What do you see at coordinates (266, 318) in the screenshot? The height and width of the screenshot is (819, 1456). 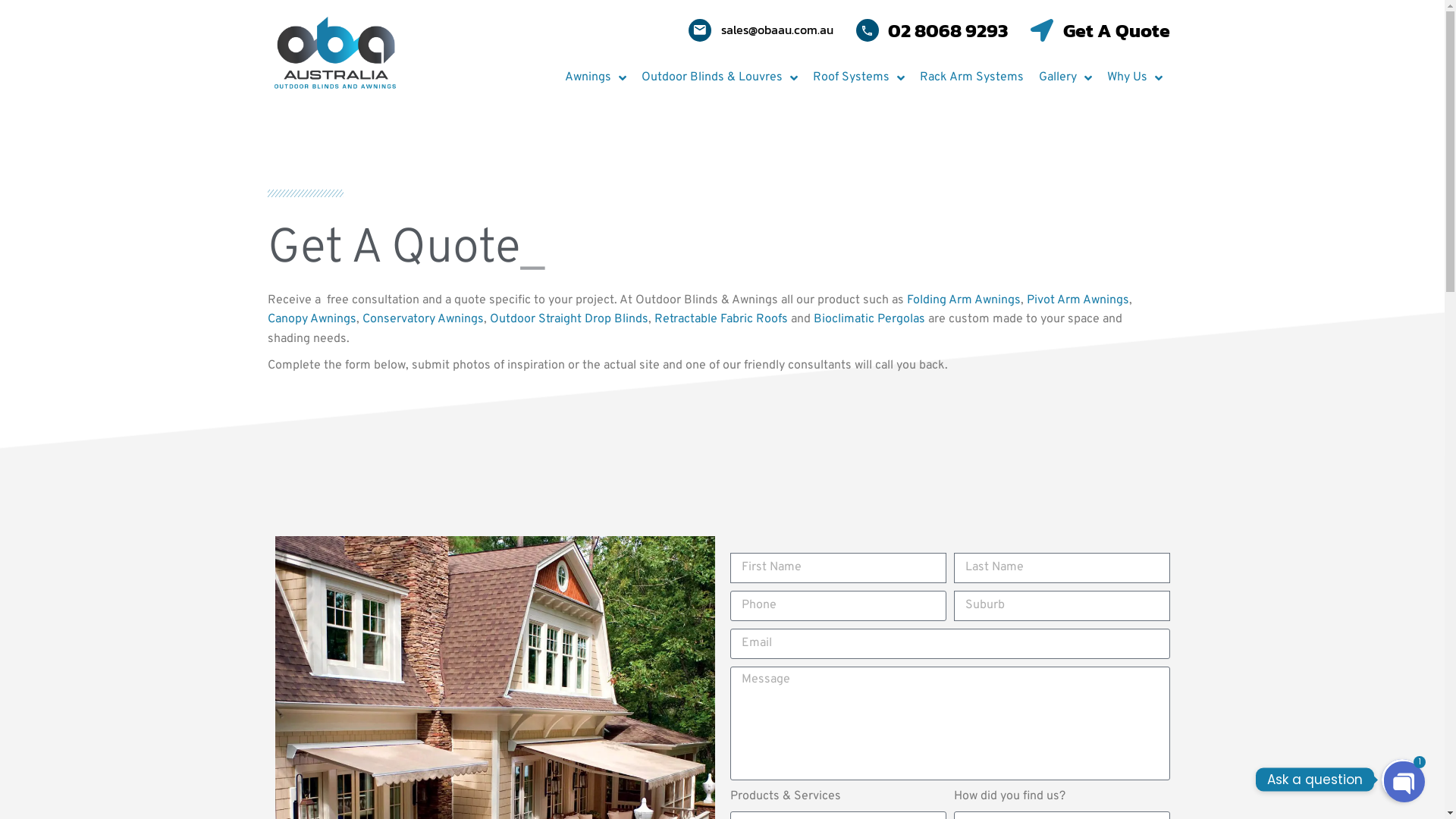 I see `'Canopy Awnings'` at bounding box center [266, 318].